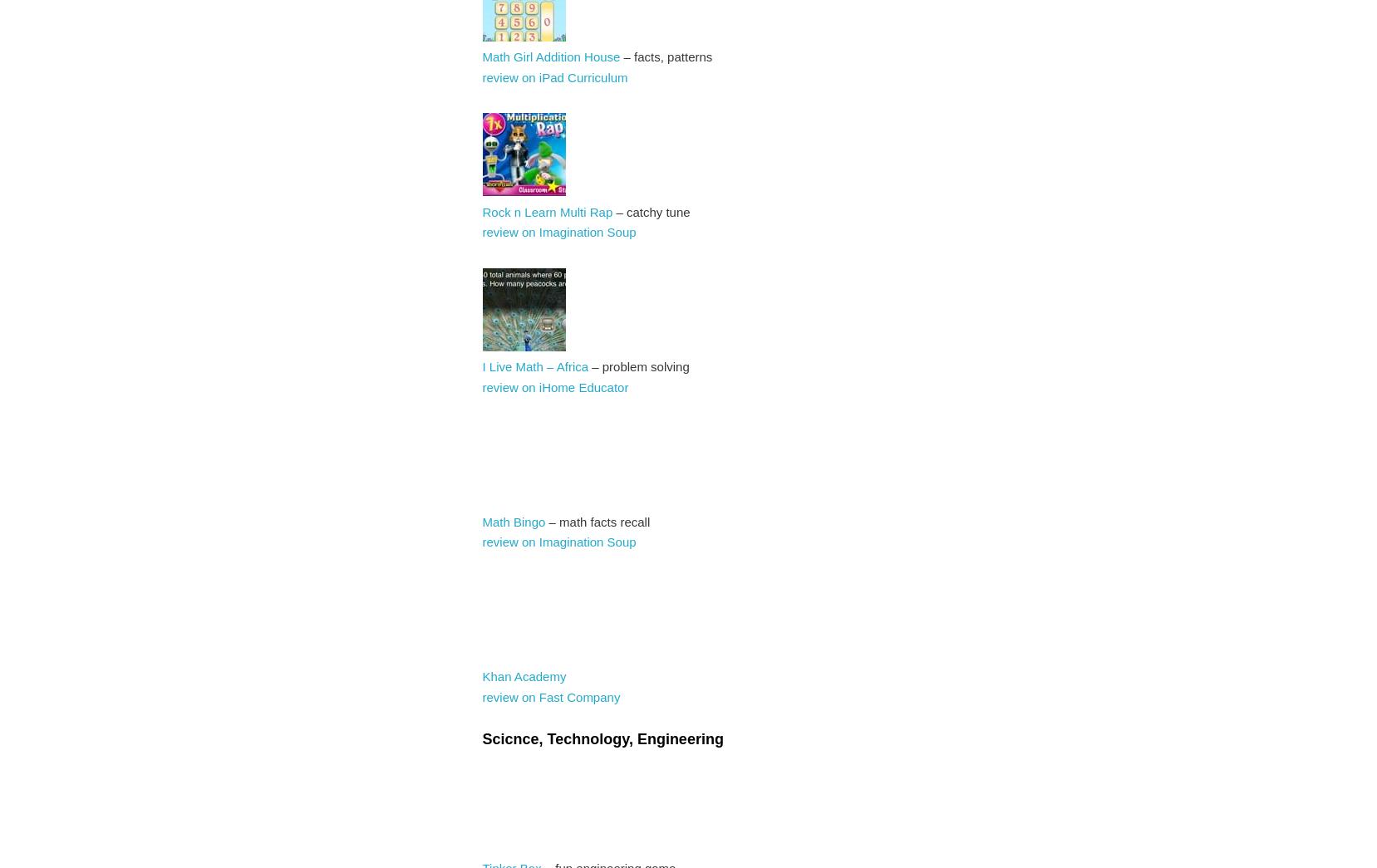 The width and height of the screenshot is (1377, 868). I want to click on 'I Live Math – Africa', so click(535, 366).